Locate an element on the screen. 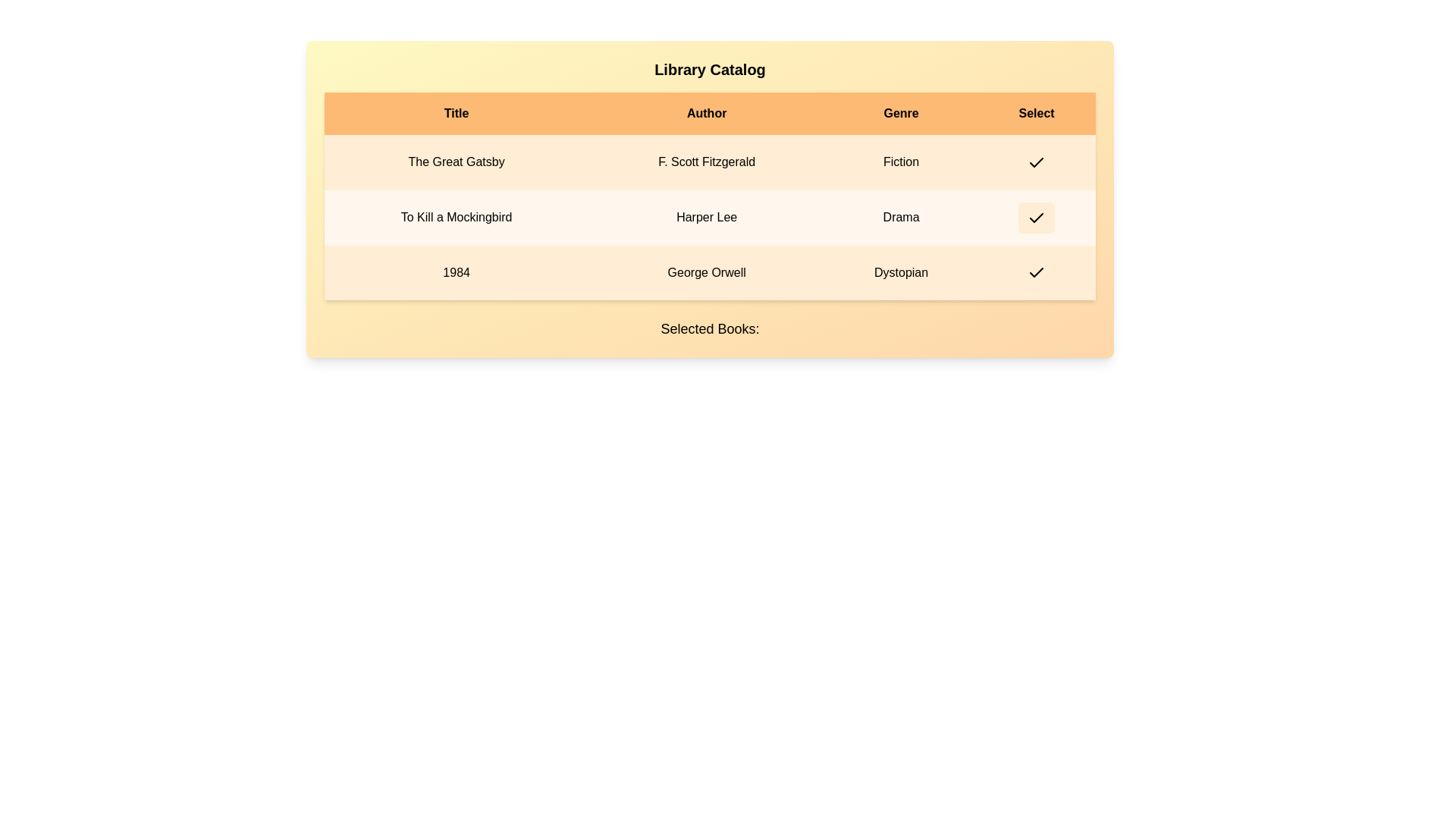  the check mark icon located in the 'Select' column of the table corresponding to 'To Kill a Mockingbird' for its selection status is located at coordinates (1036, 218).